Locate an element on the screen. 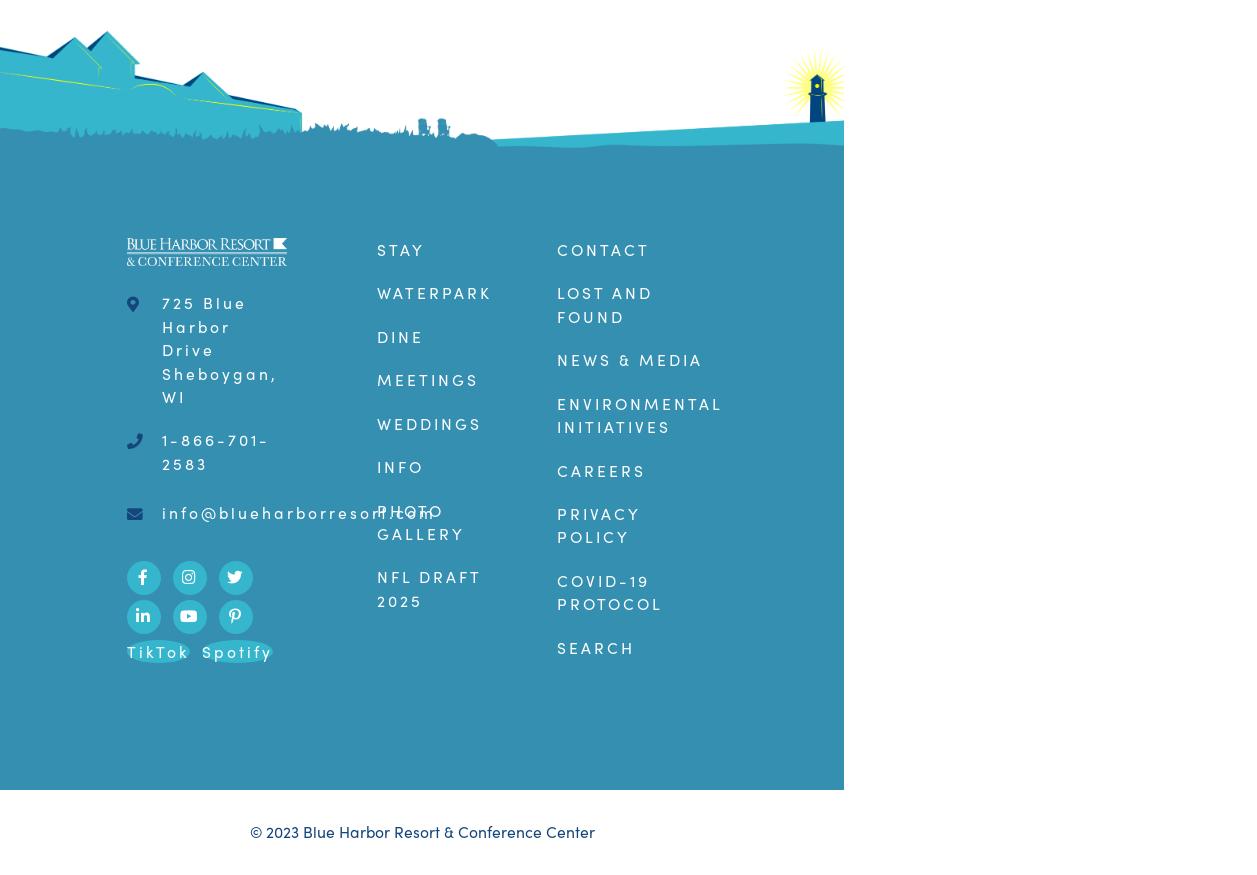 The height and width of the screenshot is (875, 1257). 'News & Media' is located at coordinates (555, 359).